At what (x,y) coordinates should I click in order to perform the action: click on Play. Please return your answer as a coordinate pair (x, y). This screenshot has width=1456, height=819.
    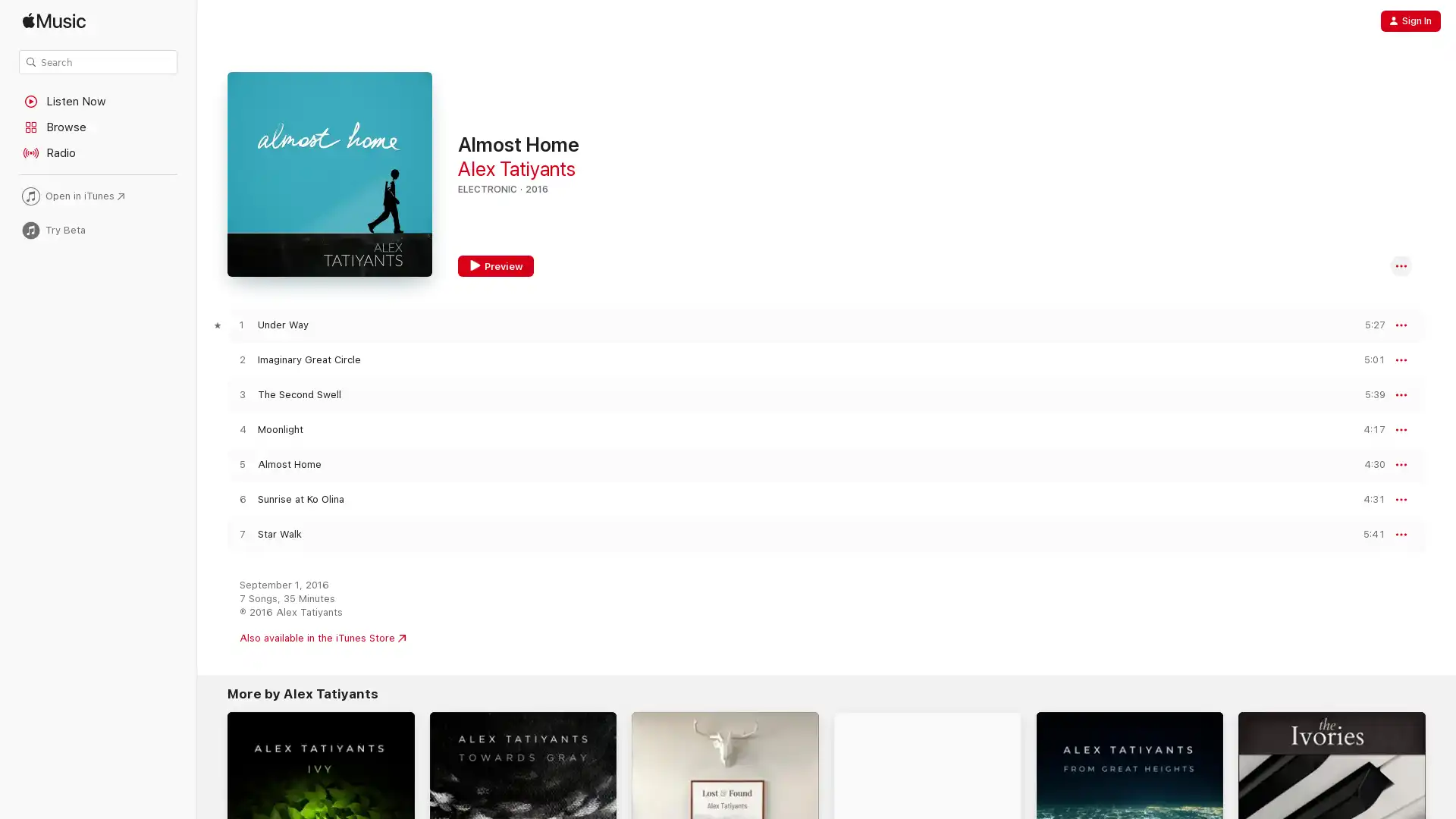
    Looking at the image, I should click on (241, 499).